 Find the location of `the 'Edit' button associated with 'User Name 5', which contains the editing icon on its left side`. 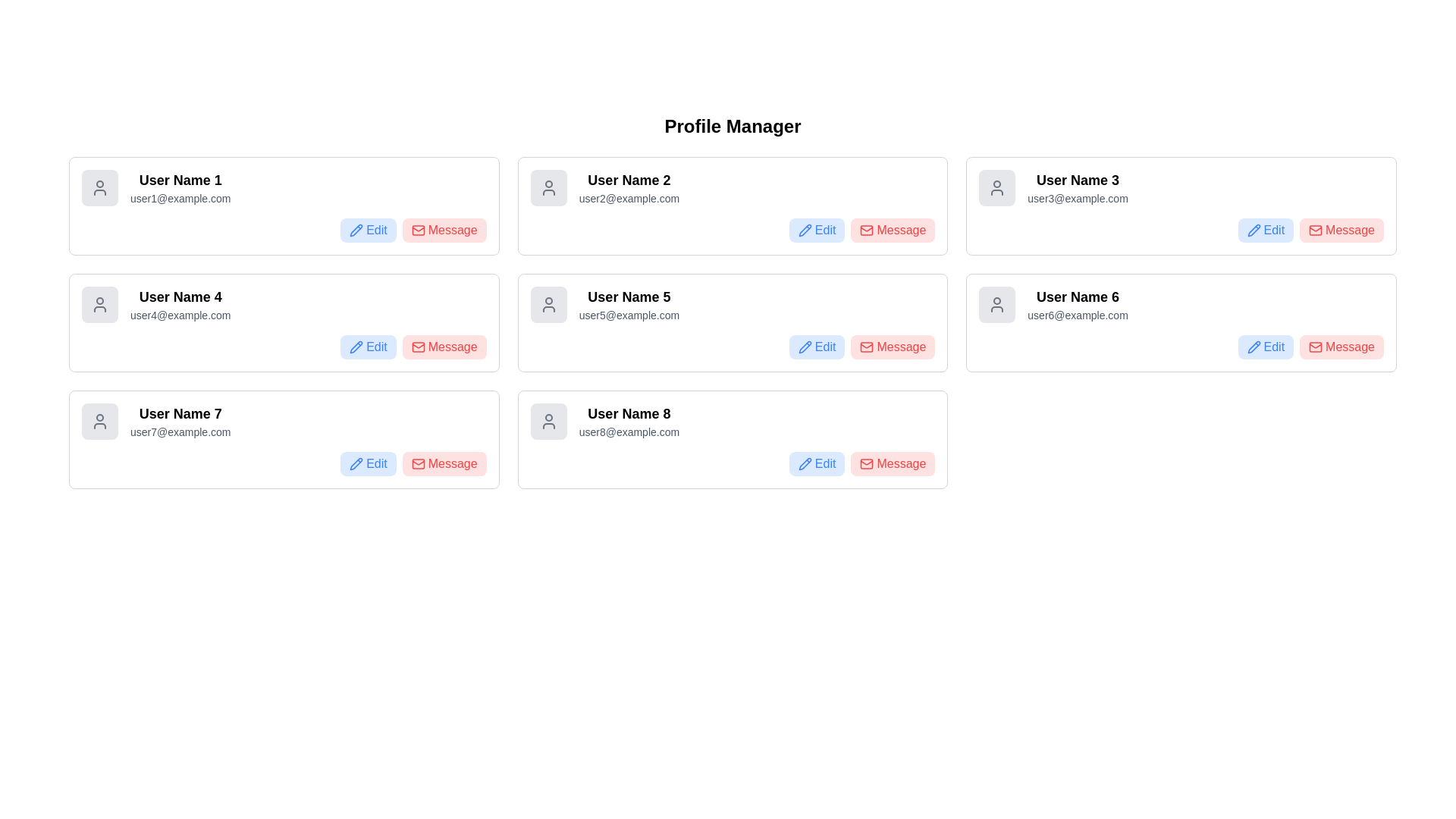

the 'Edit' button associated with 'User Name 5', which contains the editing icon on its left side is located at coordinates (804, 347).